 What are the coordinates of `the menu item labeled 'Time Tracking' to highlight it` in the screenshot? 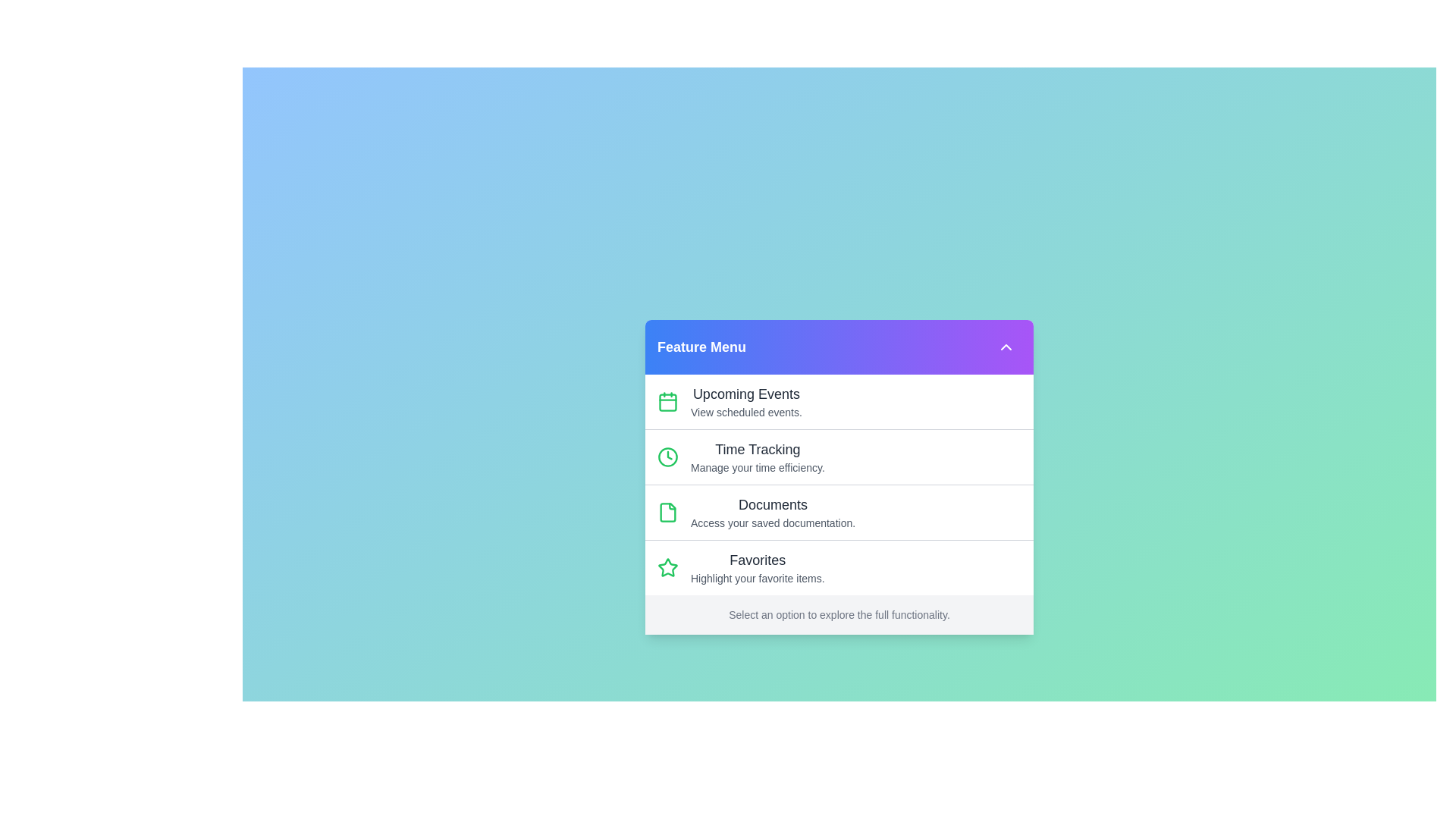 It's located at (839, 455).